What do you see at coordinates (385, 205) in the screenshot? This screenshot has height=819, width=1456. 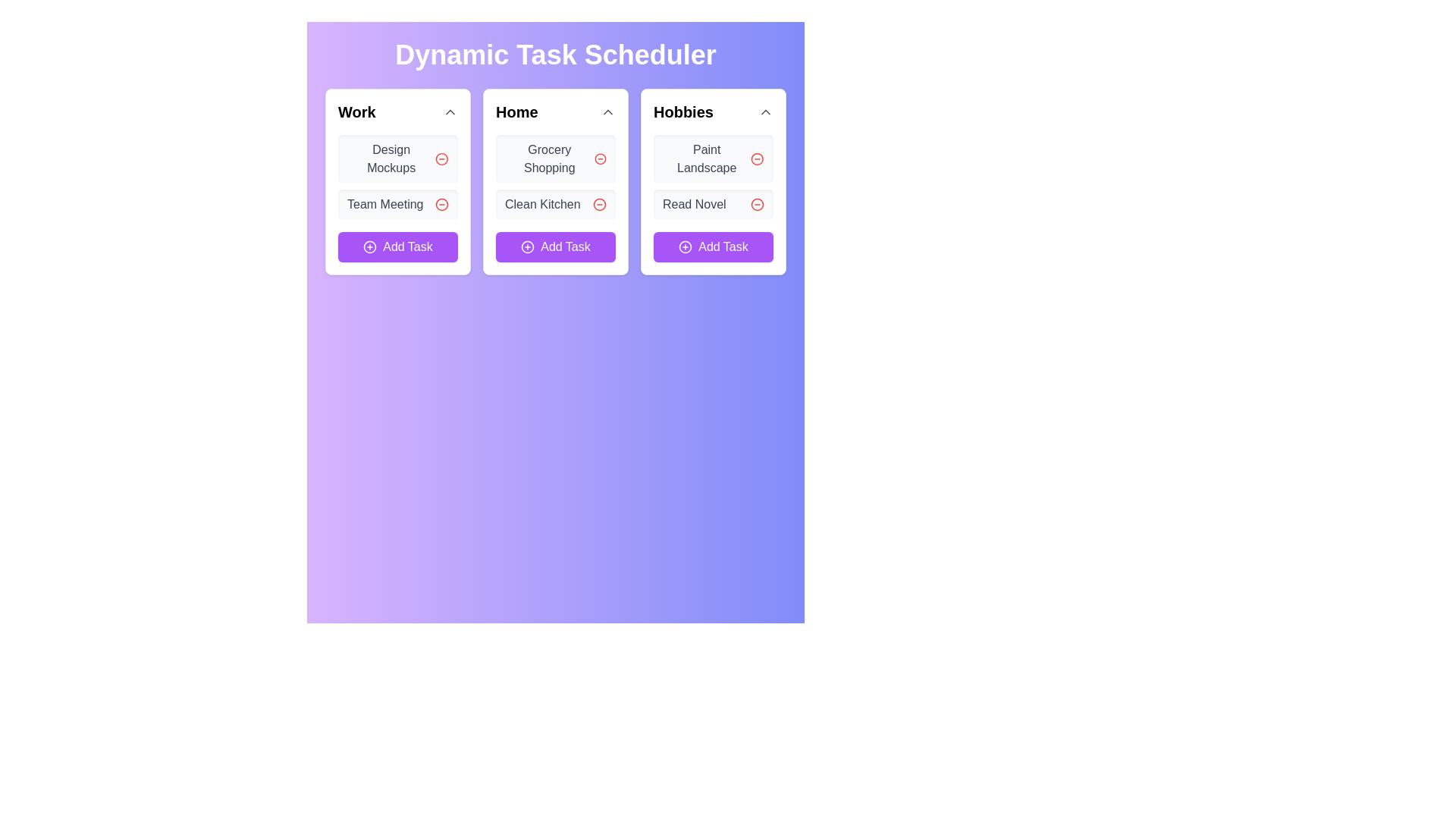 I see `the 'Team Meeting' text label in the second section of the 'Work' column, which serves as an identifier for this task` at bounding box center [385, 205].